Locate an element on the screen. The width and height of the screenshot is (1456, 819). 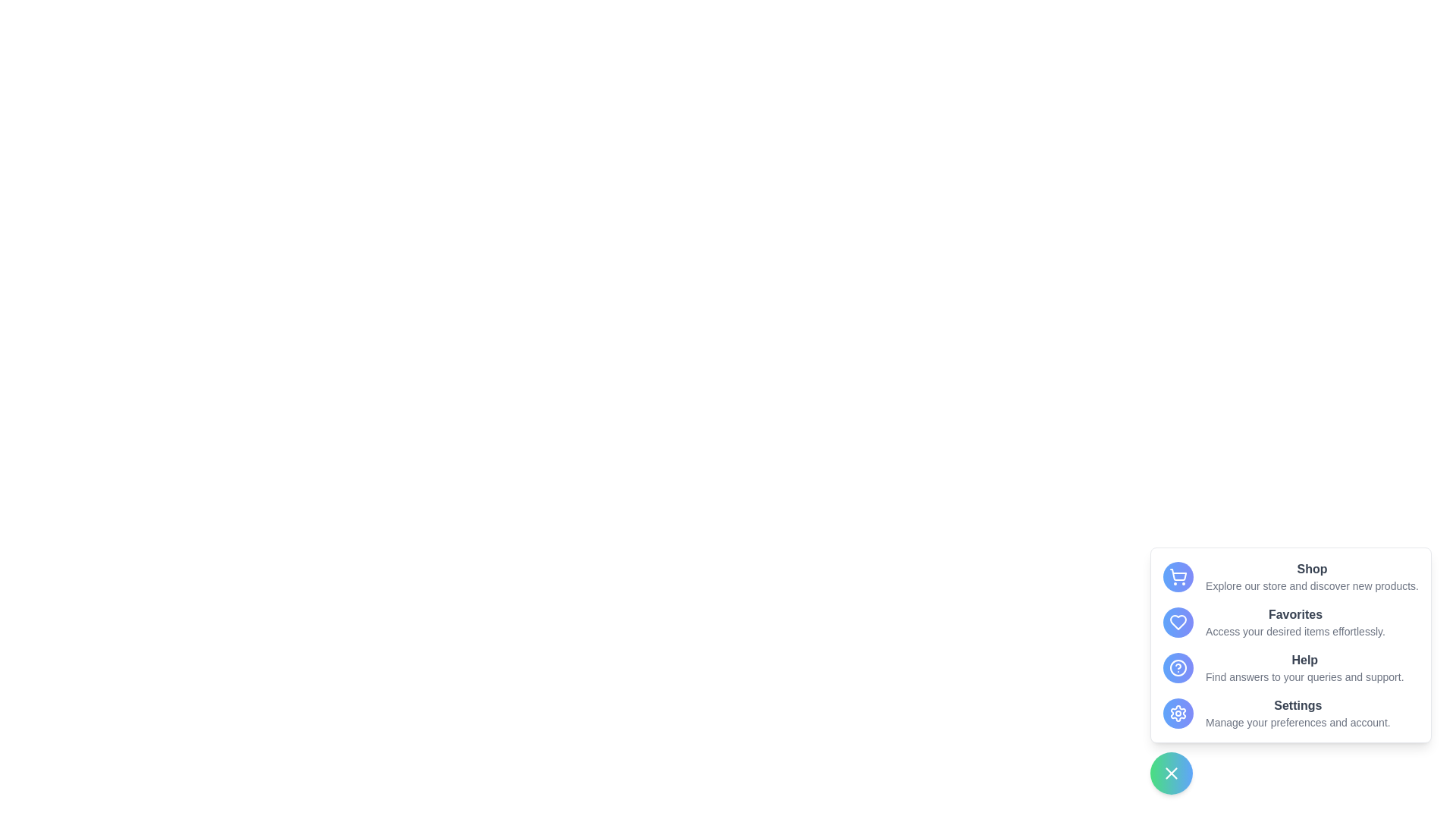
the menu item labeled 'Help' to observe visual feedback is located at coordinates (1290, 667).